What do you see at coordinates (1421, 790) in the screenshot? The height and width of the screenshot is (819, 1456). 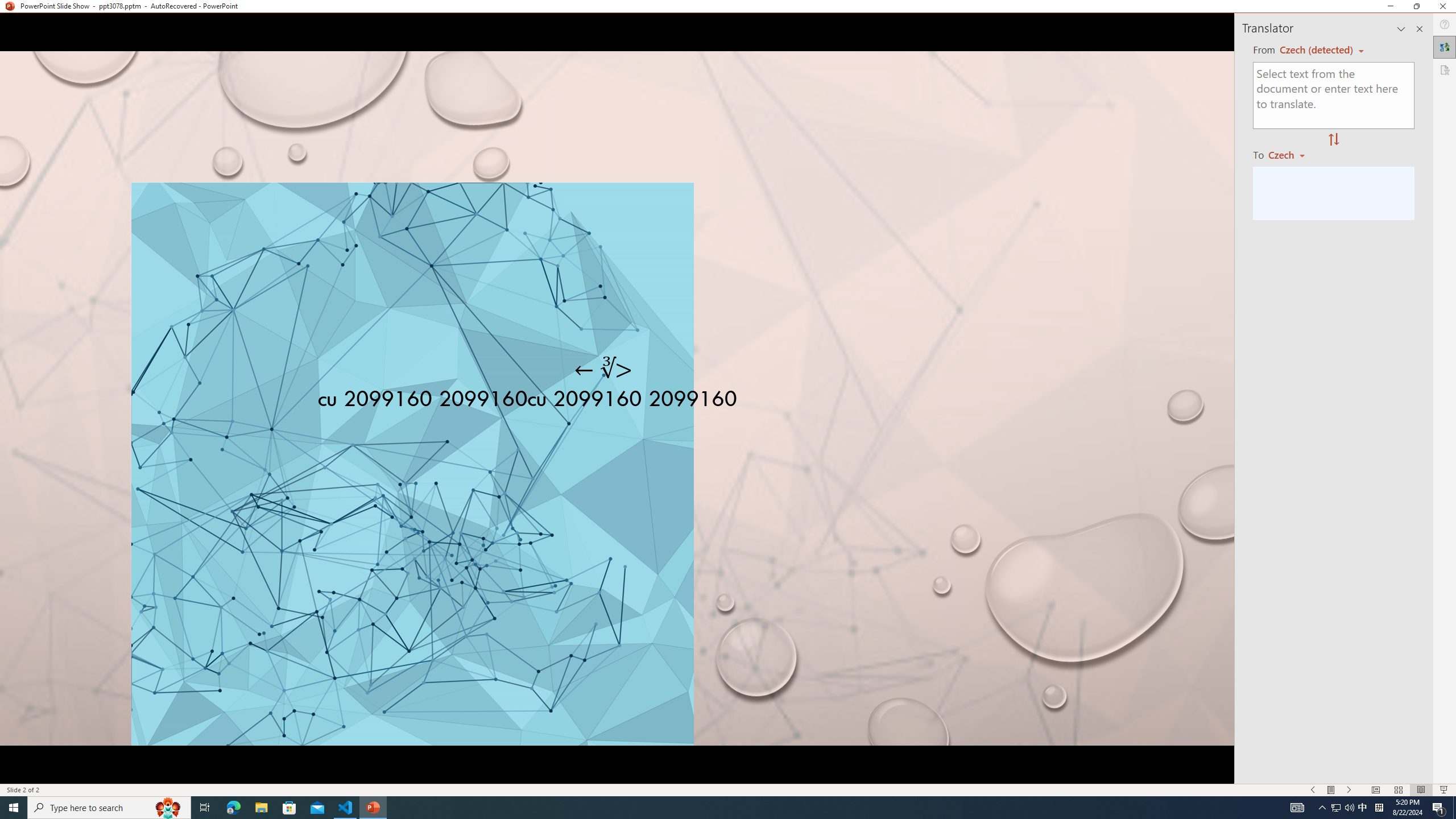 I see `'Reading View'` at bounding box center [1421, 790].